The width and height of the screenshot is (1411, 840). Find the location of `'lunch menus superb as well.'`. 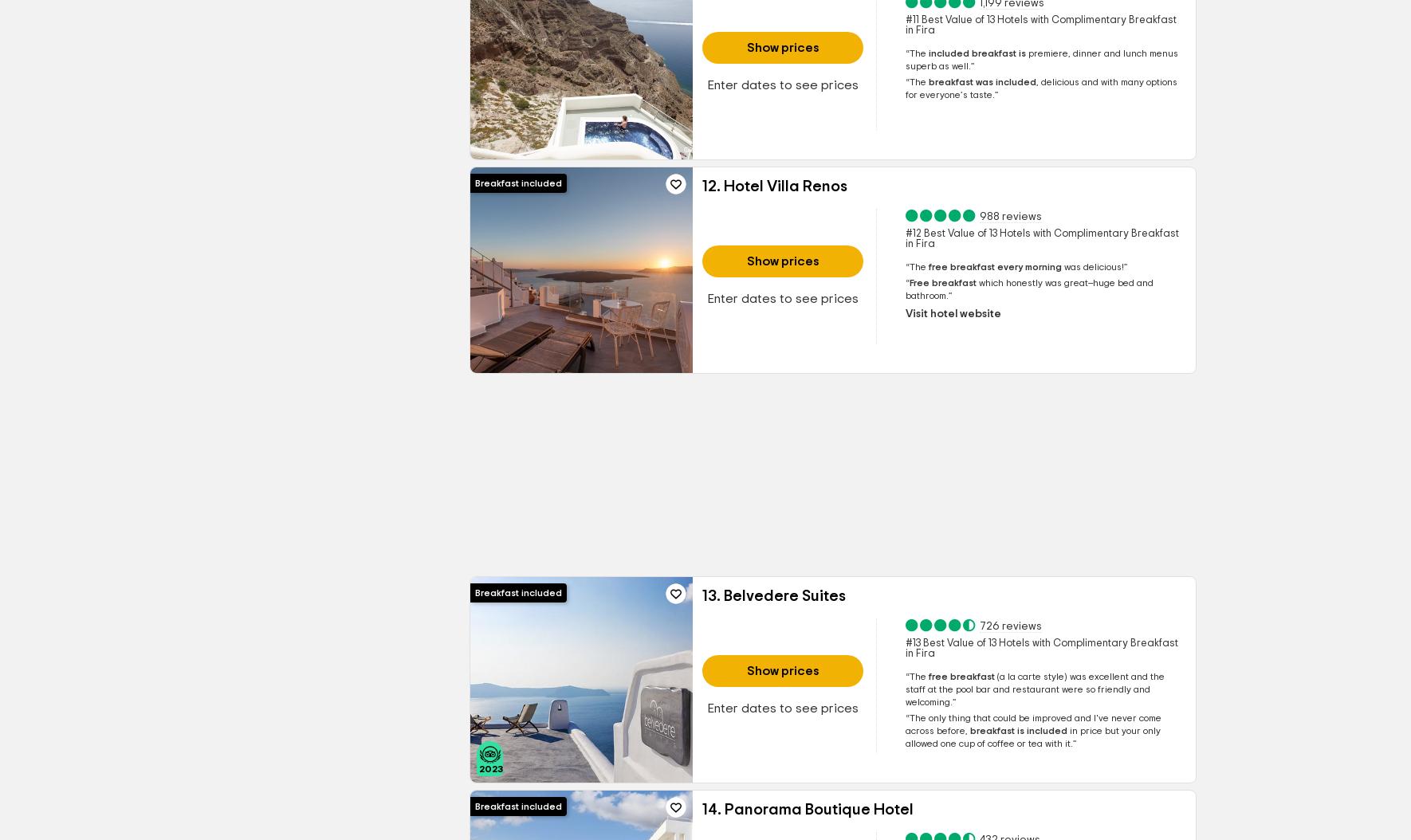

'lunch menus superb as well.' is located at coordinates (1040, 59).